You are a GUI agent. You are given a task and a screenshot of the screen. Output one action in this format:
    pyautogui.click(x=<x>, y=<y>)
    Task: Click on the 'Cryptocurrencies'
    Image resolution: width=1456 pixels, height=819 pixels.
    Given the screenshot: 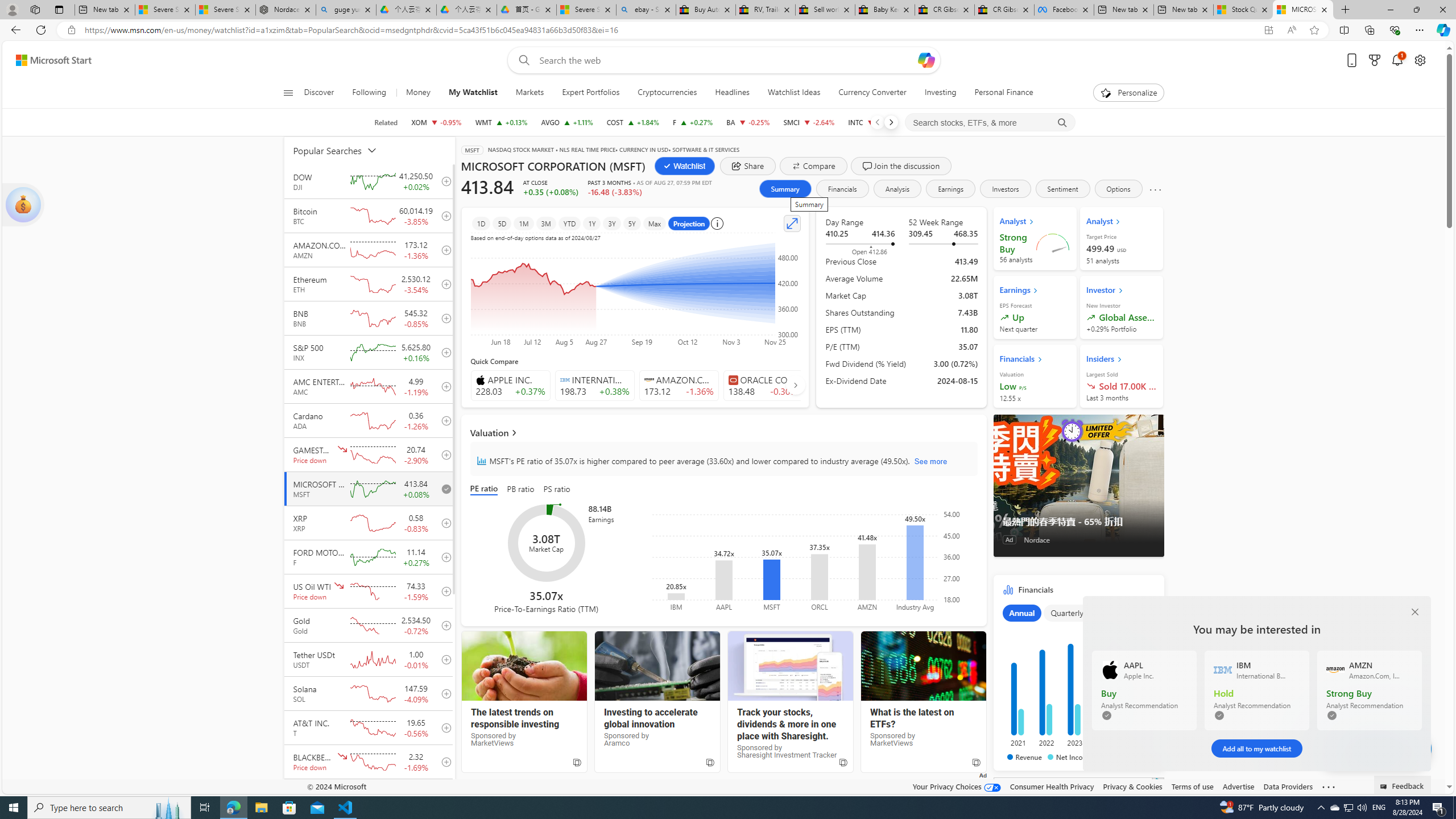 What is the action you would take?
    pyautogui.click(x=667, y=92)
    